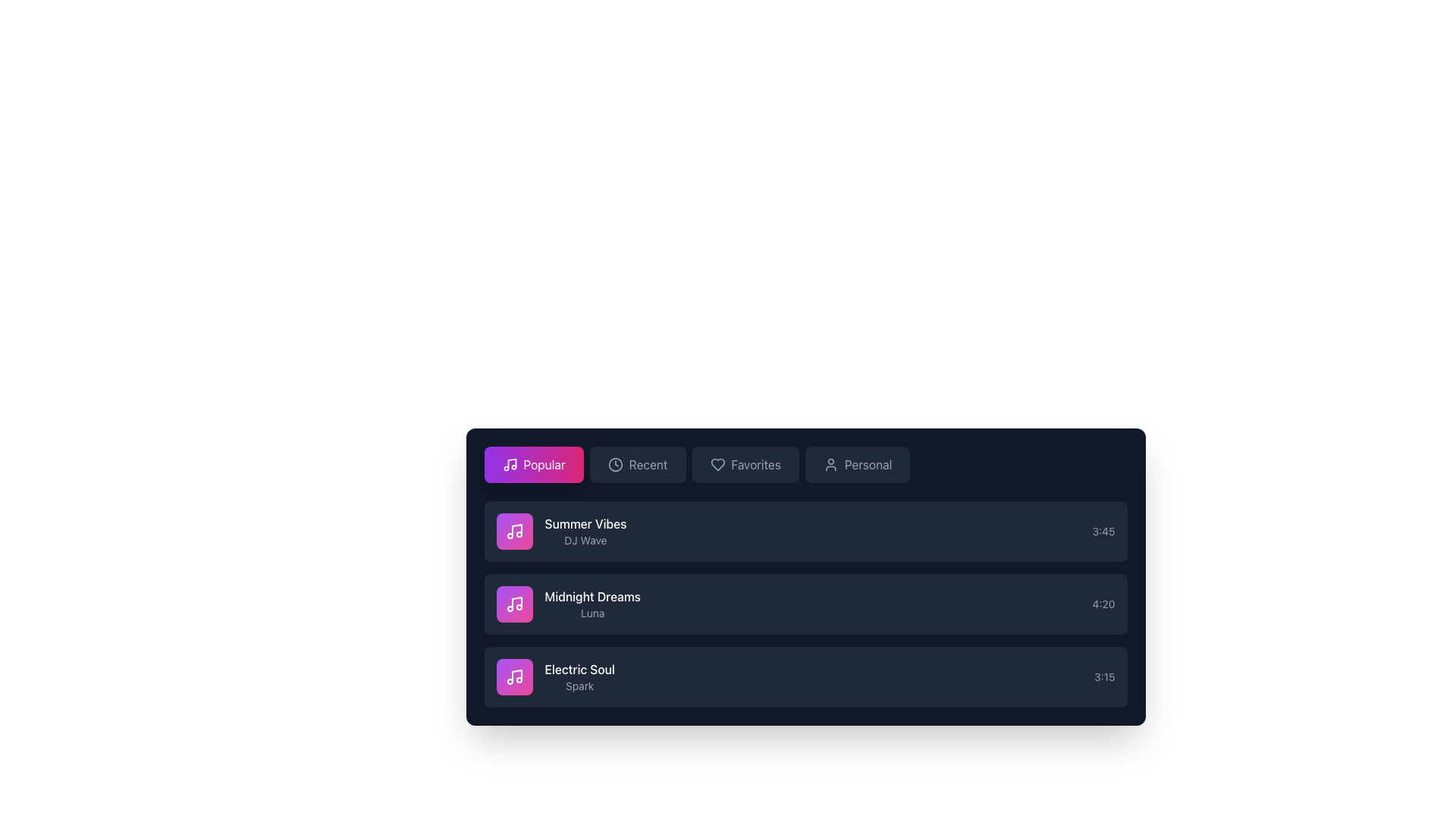 The height and width of the screenshot is (819, 1456). I want to click on the interactive list item labeled 'Midnight Dreams Luna', so click(805, 604).